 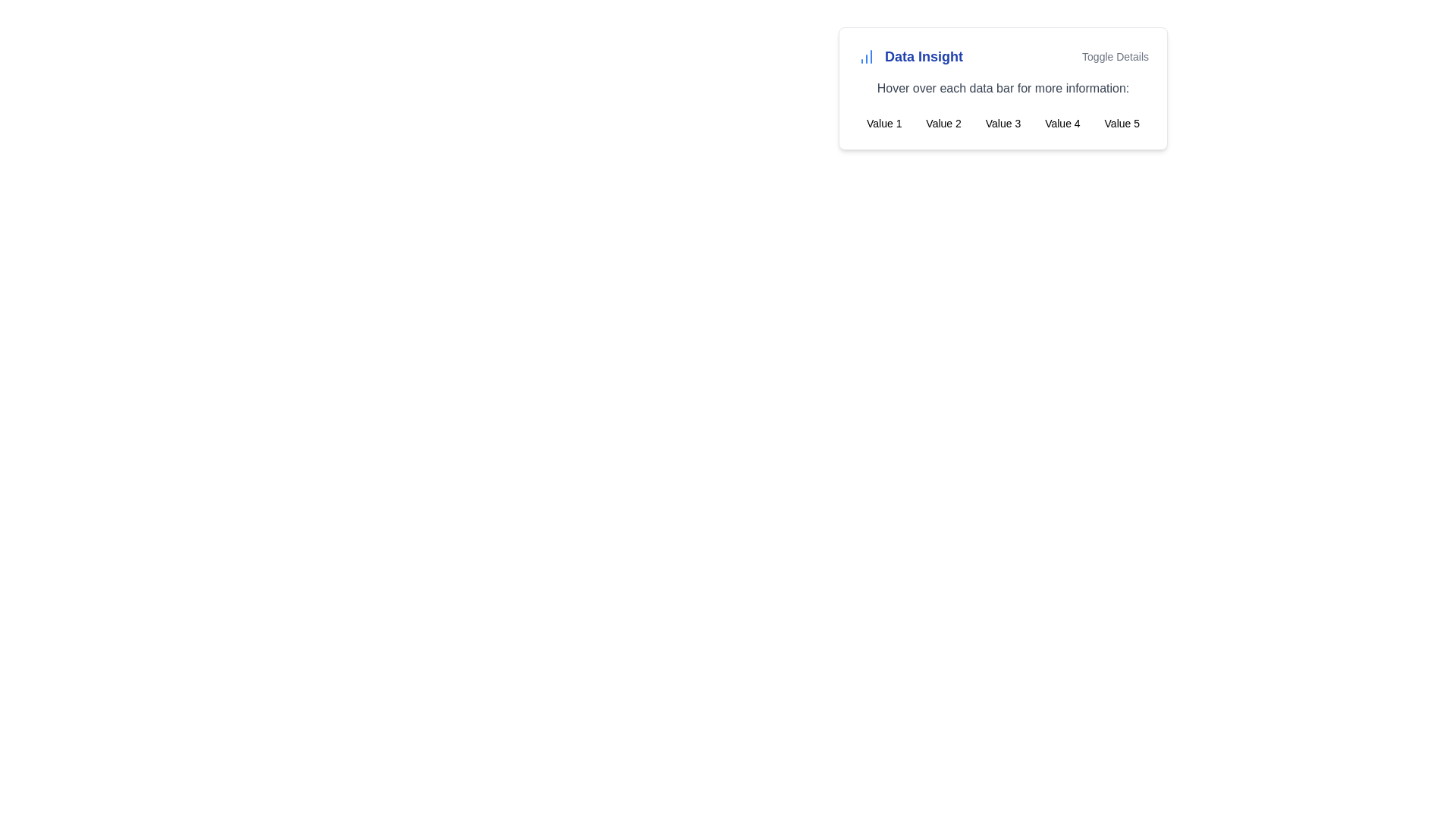 What do you see at coordinates (884, 119) in the screenshot?
I see `the first text label under the 'Data Insight' header, which represents a category for visual data representation` at bounding box center [884, 119].